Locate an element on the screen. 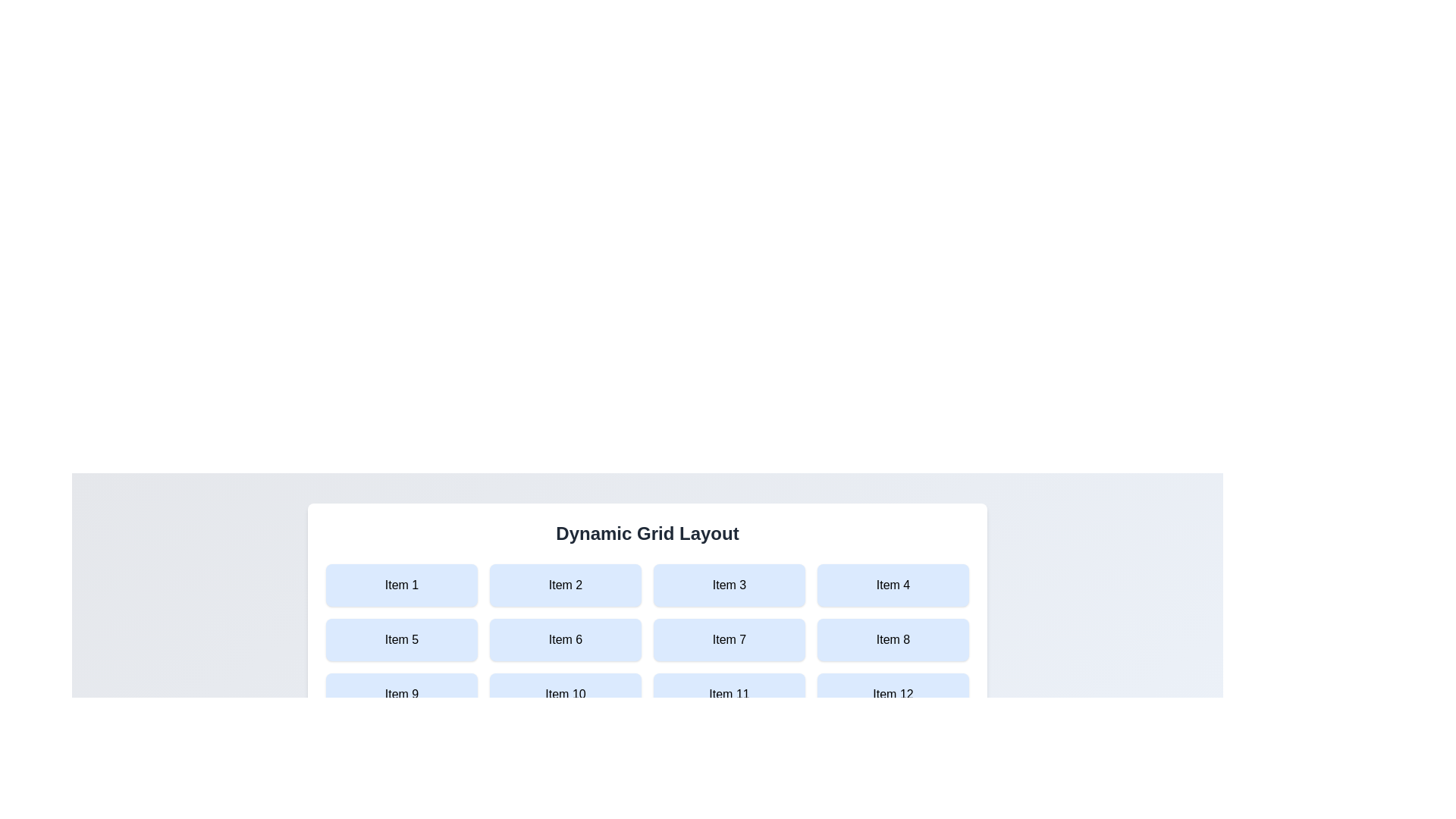 The height and width of the screenshot is (819, 1456). the button located in the second row, first column of the grid layout is located at coordinates (401, 640).